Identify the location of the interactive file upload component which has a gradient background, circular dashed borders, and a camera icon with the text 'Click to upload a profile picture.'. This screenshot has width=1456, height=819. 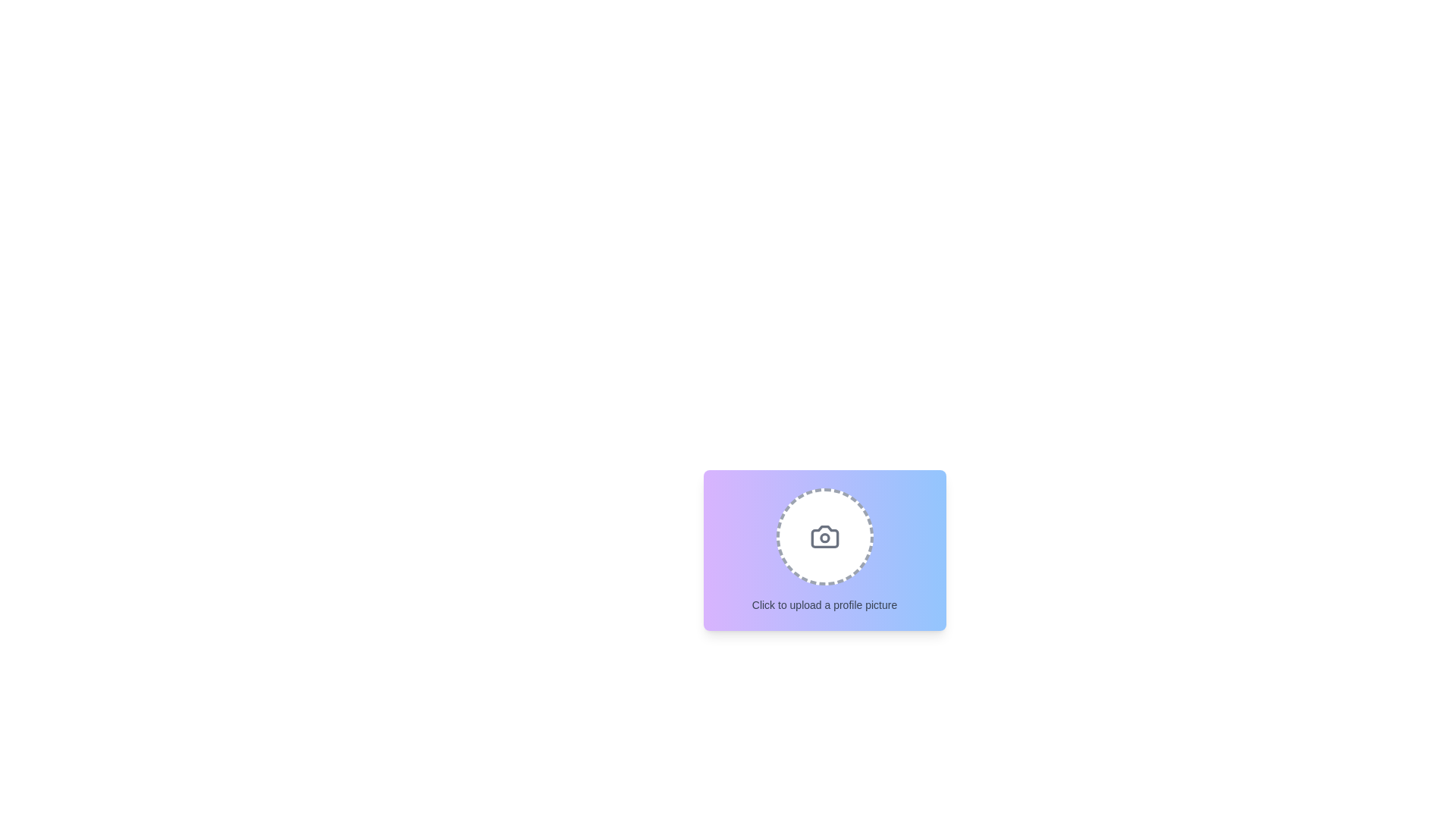
(824, 550).